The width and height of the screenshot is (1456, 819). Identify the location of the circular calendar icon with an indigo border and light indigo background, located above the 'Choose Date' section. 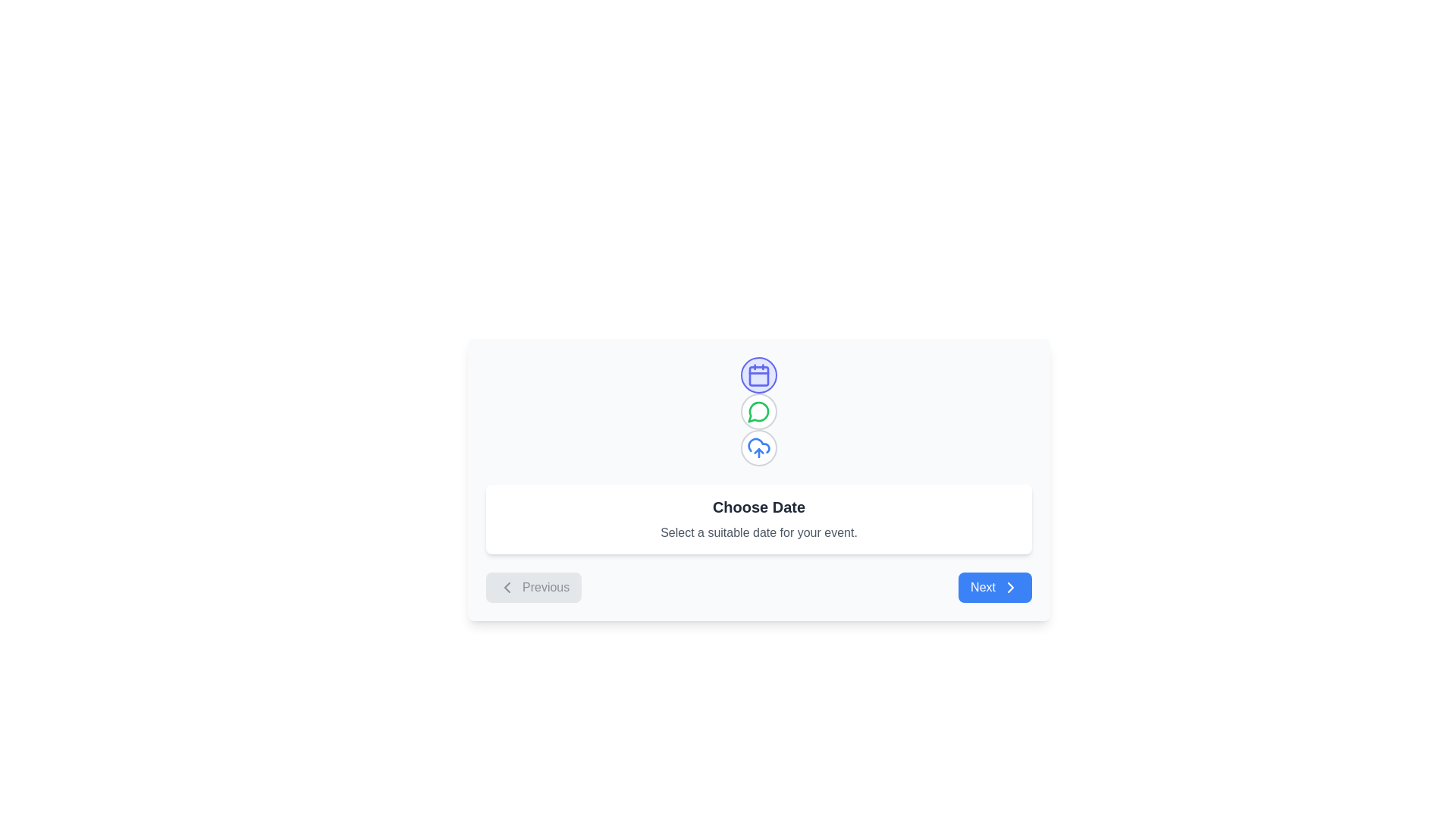
(759, 375).